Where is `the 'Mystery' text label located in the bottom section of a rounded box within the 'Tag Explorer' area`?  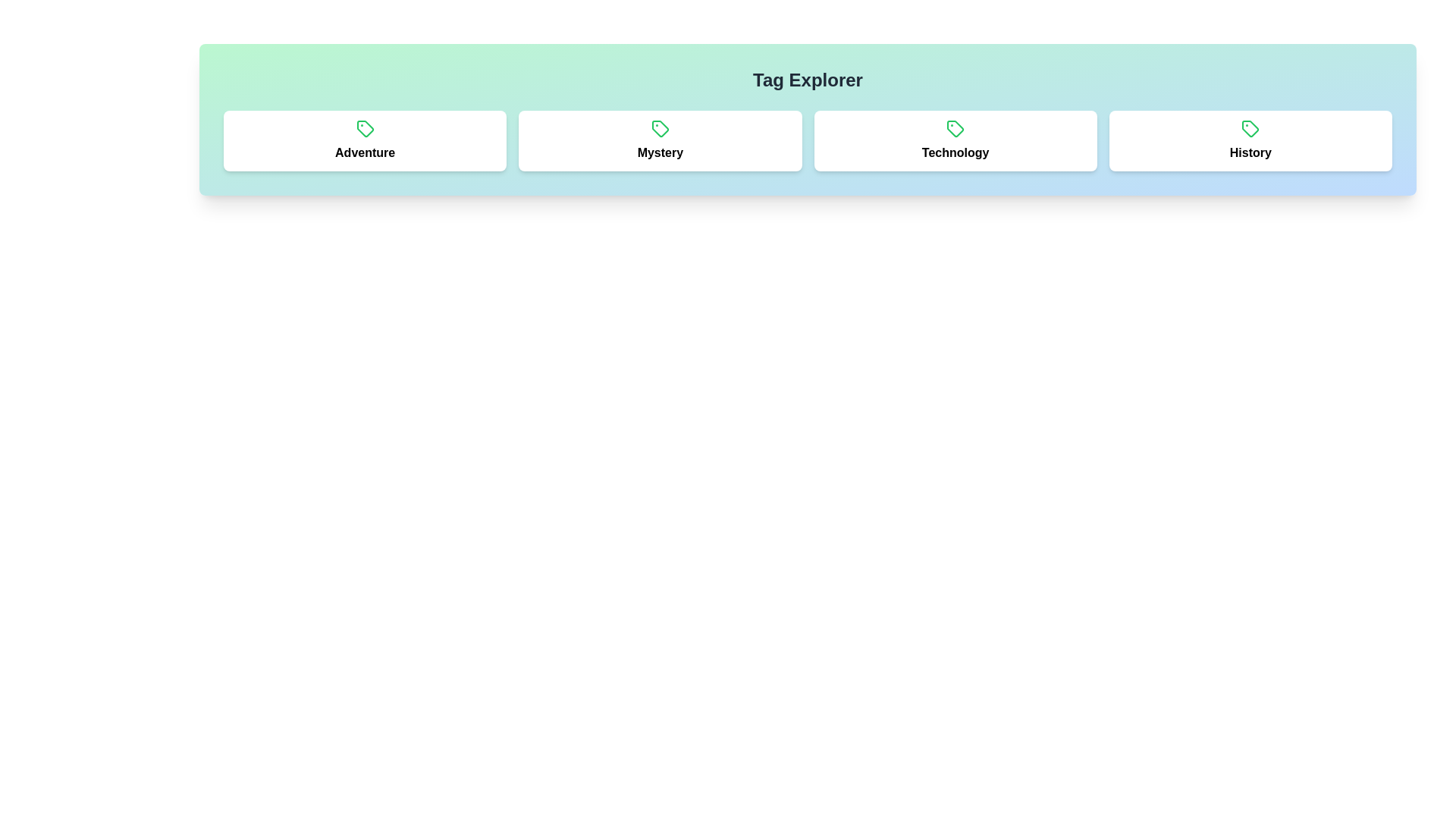 the 'Mystery' text label located in the bottom section of a rounded box within the 'Tag Explorer' area is located at coordinates (660, 152).